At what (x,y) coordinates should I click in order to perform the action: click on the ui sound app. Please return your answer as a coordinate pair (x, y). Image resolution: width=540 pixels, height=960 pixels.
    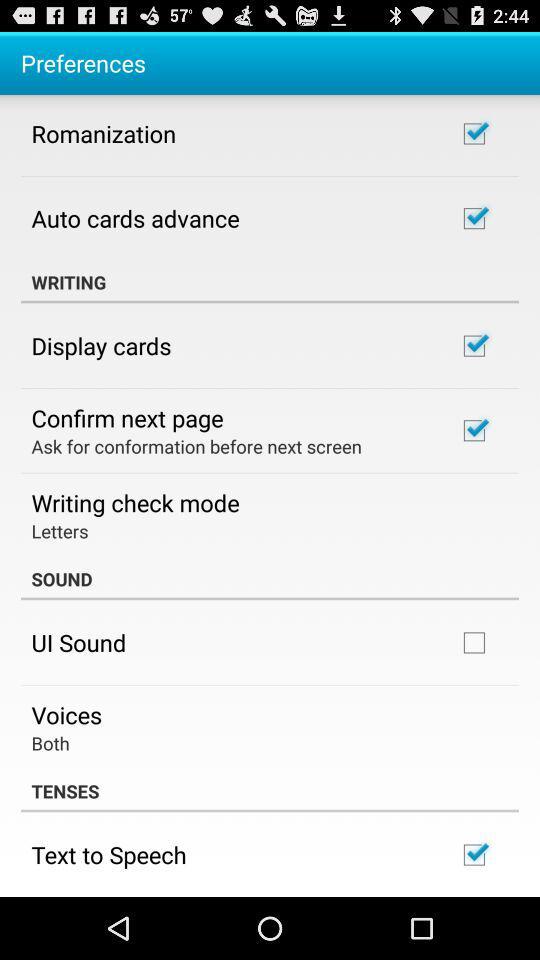
    Looking at the image, I should click on (77, 641).